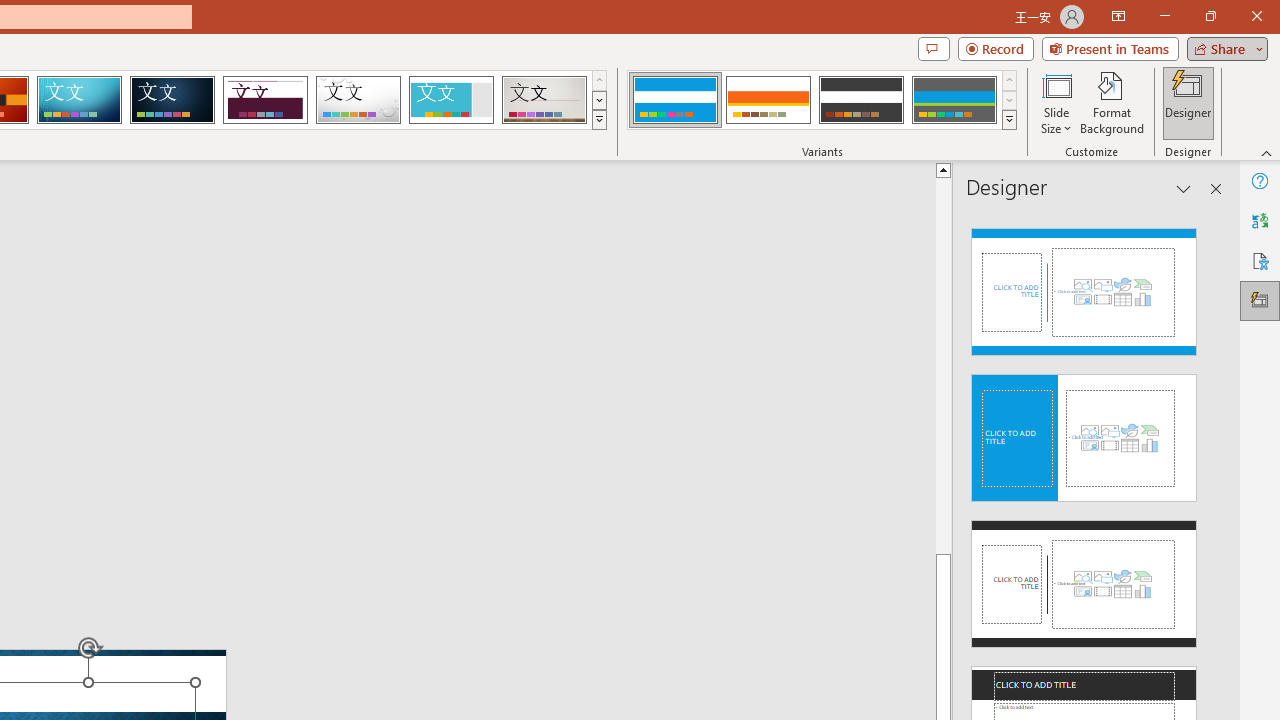 Image resolution: width=1280 pixels, height=720 pixels. What do you see at coordinates (767, 100) in the screenshot?
I see `'Banded Variant 2'` at bounding box center [767, 100].